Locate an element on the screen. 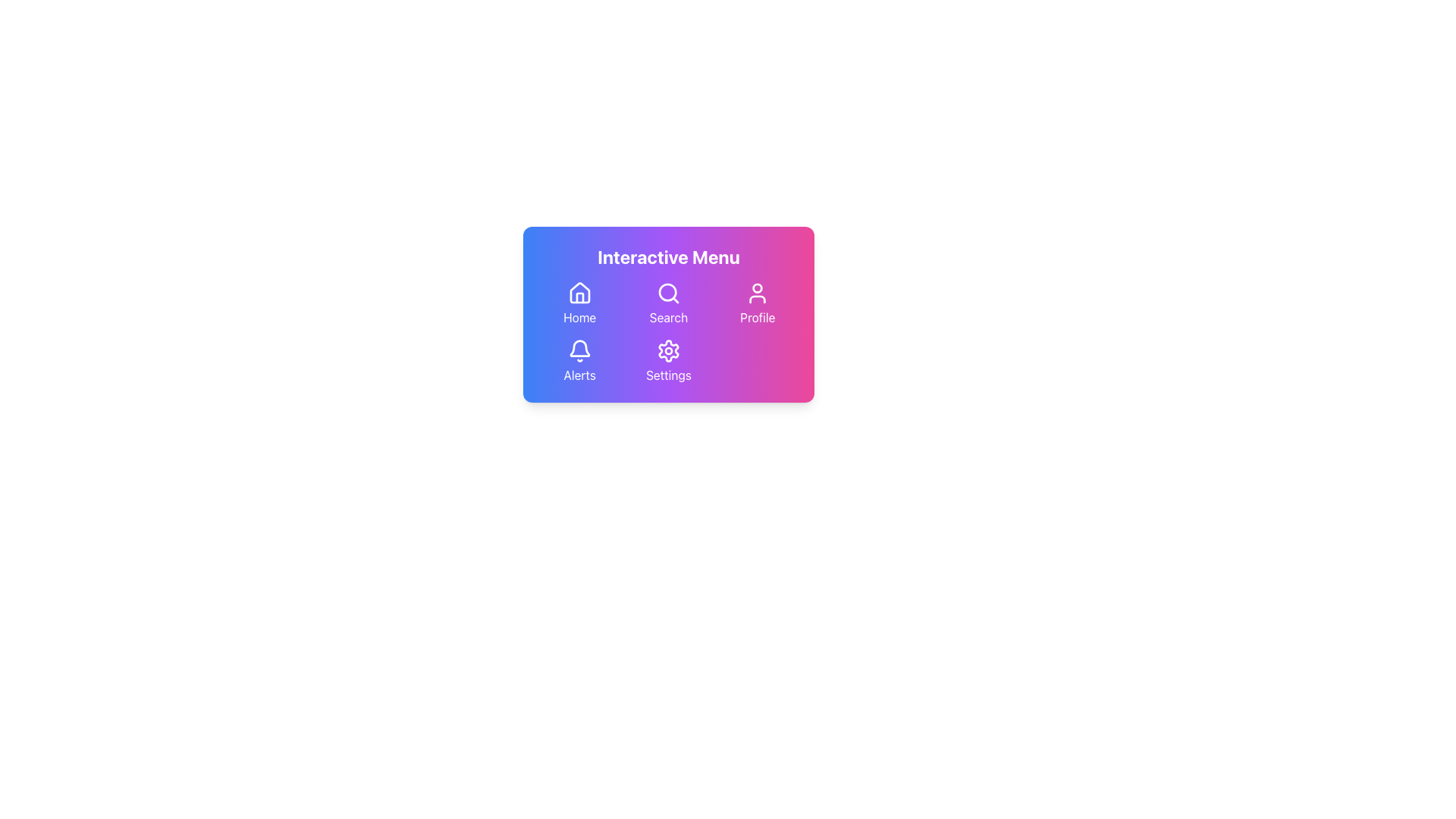 Image resolution: width=1456 pixels, height=819 pixels. the user profile icon located in the top-right of the interactive menu is located at coordinates (758, 293).